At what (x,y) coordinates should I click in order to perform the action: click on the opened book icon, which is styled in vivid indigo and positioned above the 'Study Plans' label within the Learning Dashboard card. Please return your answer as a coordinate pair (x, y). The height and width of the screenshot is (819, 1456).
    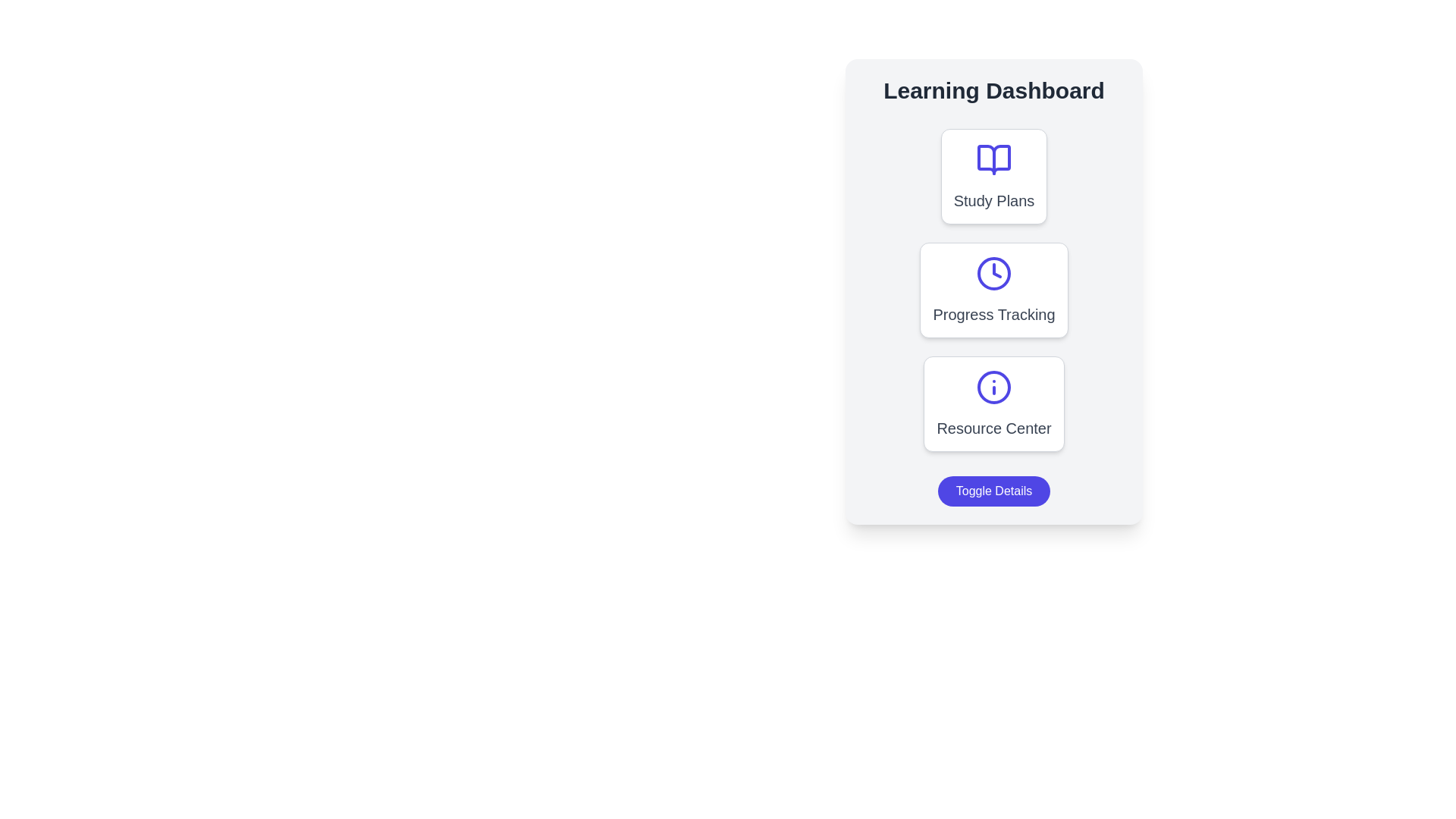
    Looking at the image, I should click on (993, 160).